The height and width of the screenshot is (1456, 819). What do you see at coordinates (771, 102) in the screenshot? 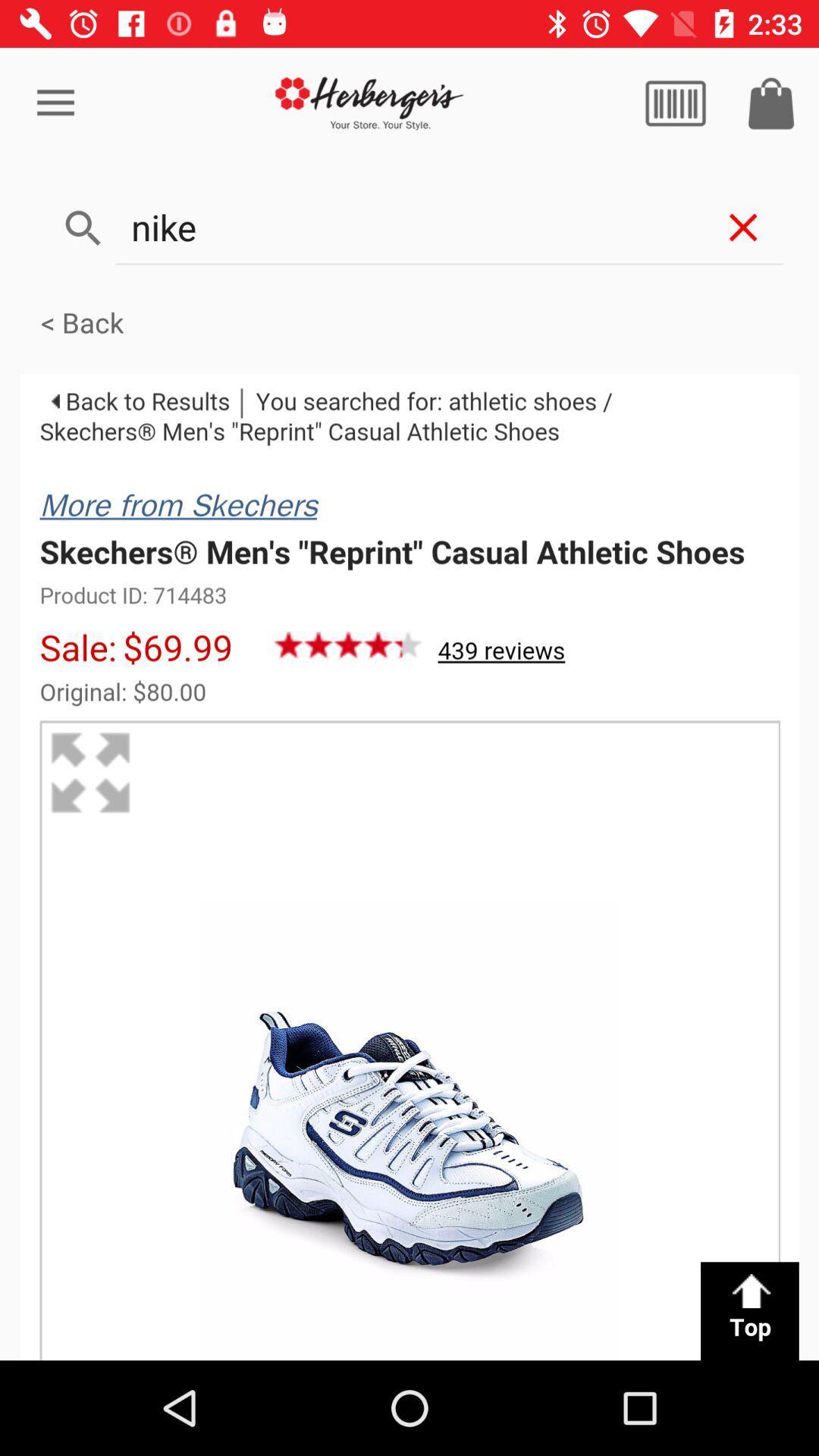
I see `click the bag` at bounding box center [771, 102].